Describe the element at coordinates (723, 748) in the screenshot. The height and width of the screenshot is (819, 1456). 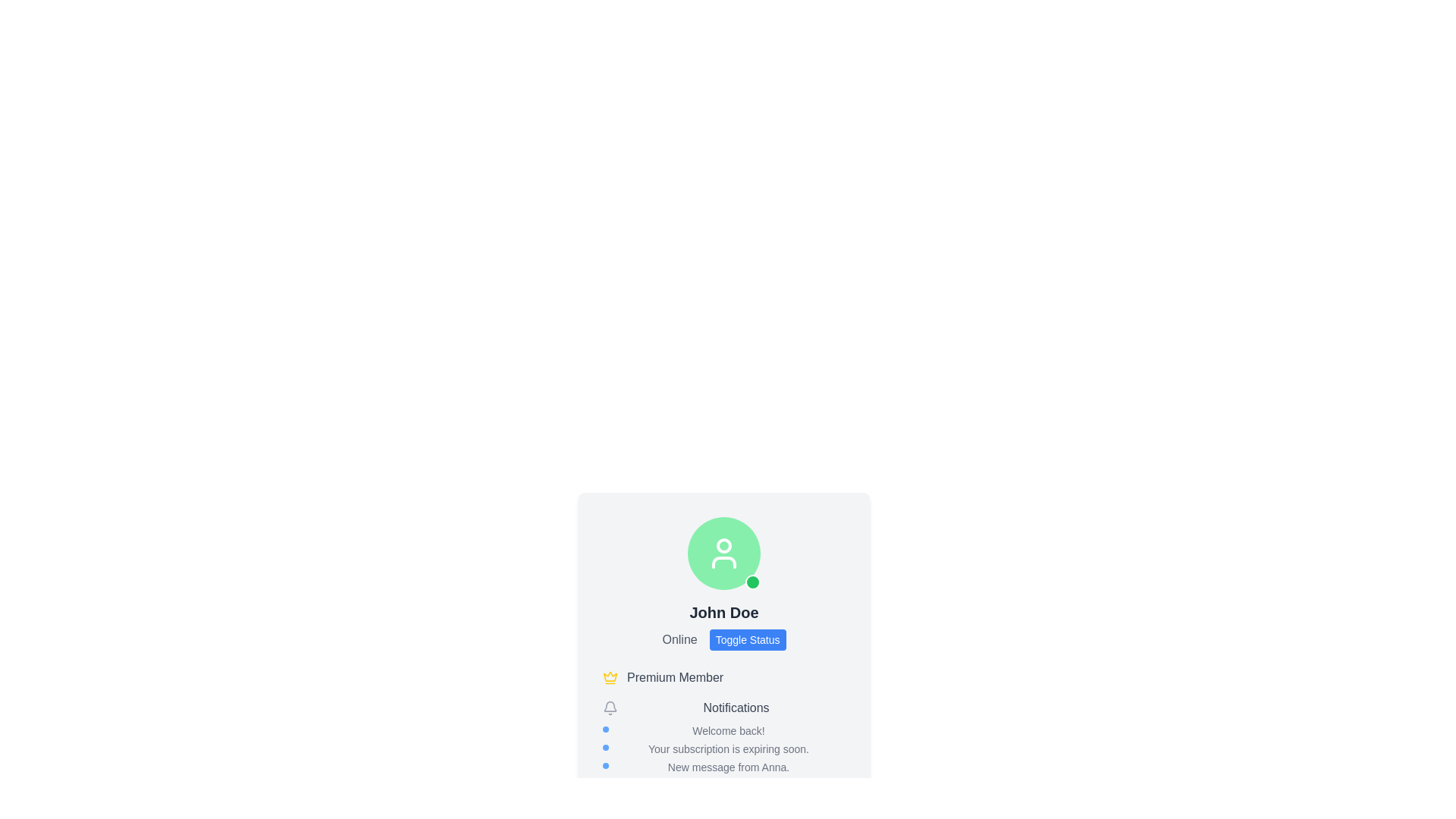
I see `the Text block with notification indicators located in the Notifications section below the Premium Member label` at that location.